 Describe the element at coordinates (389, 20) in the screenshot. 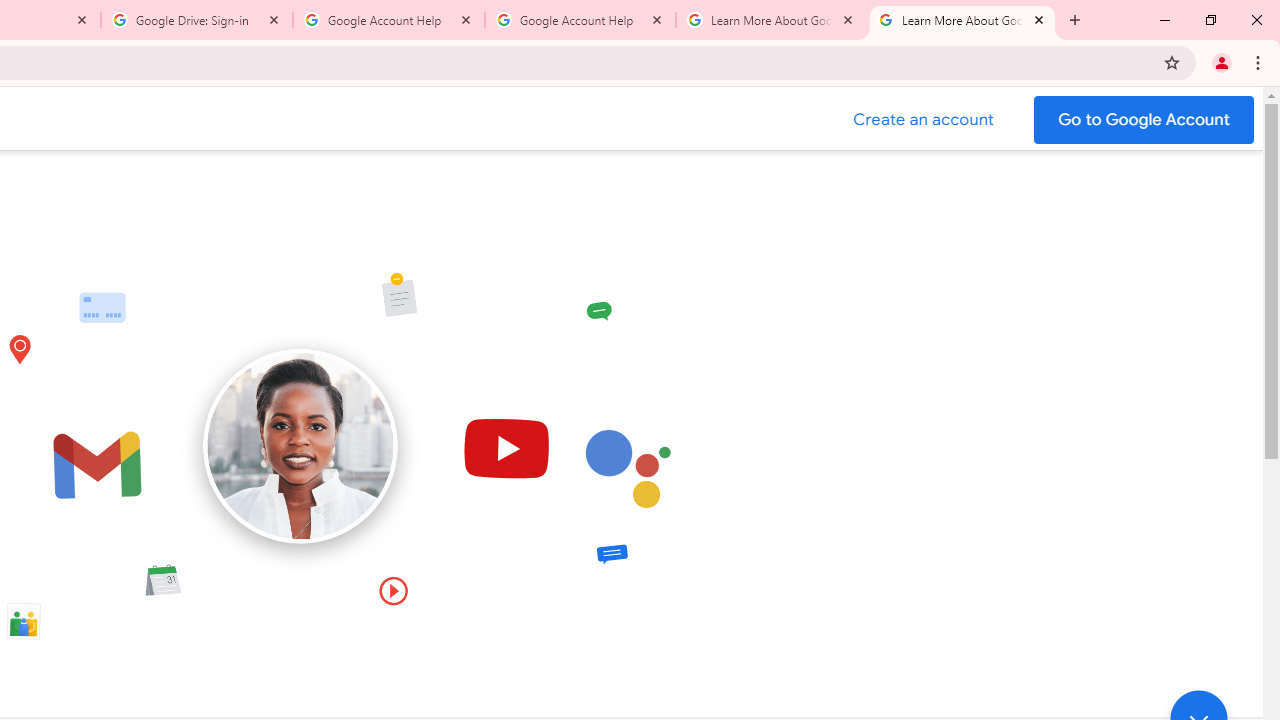

I see `'Google Account Help'` at that location.